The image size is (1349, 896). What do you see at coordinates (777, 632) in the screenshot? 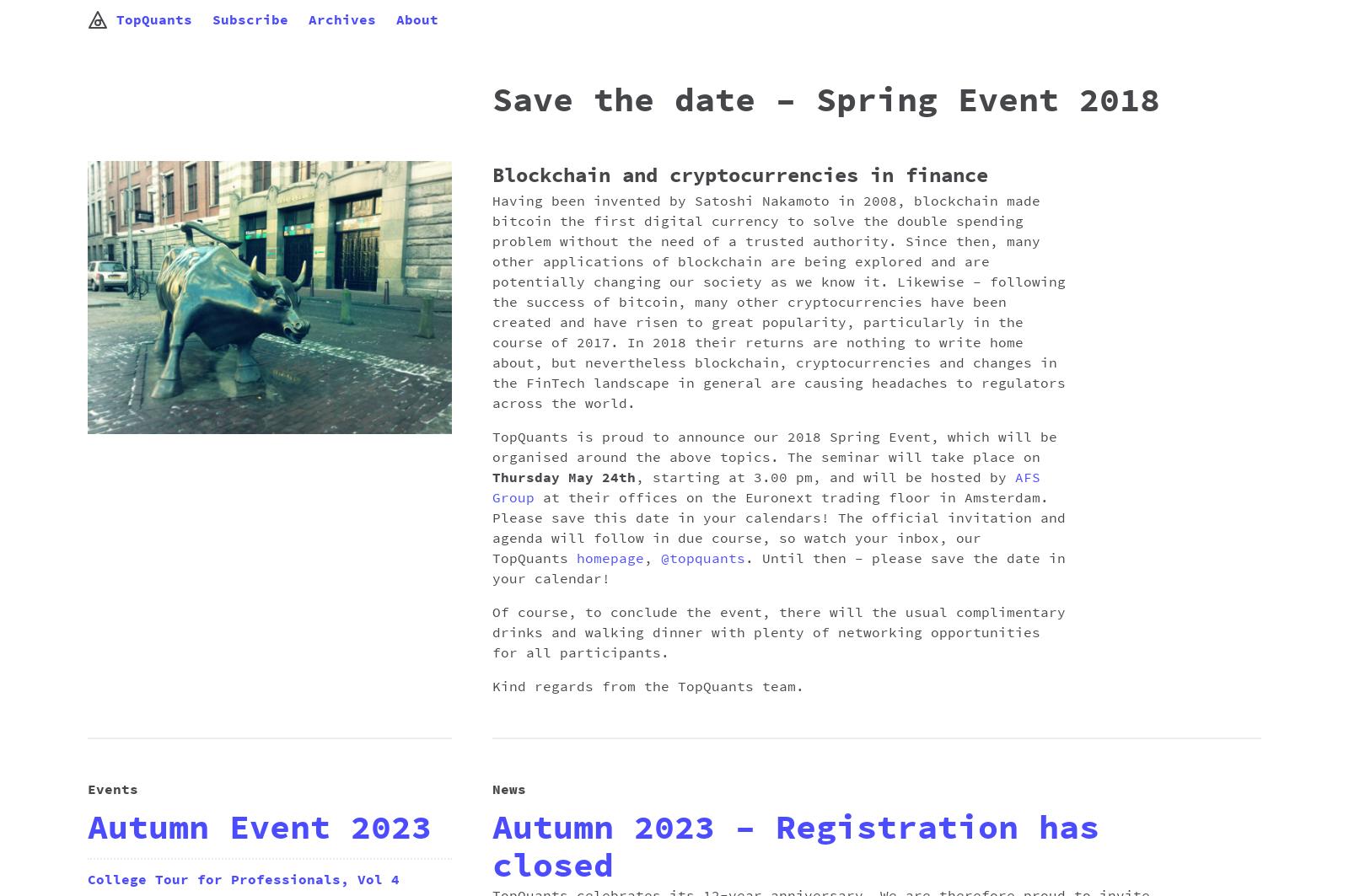
I see `'Of course, to conclude the event, there will the usual complimentary drinks and walking dinner with plenty of networking opportunities for all participants.'` at bounding box center [777, 632].